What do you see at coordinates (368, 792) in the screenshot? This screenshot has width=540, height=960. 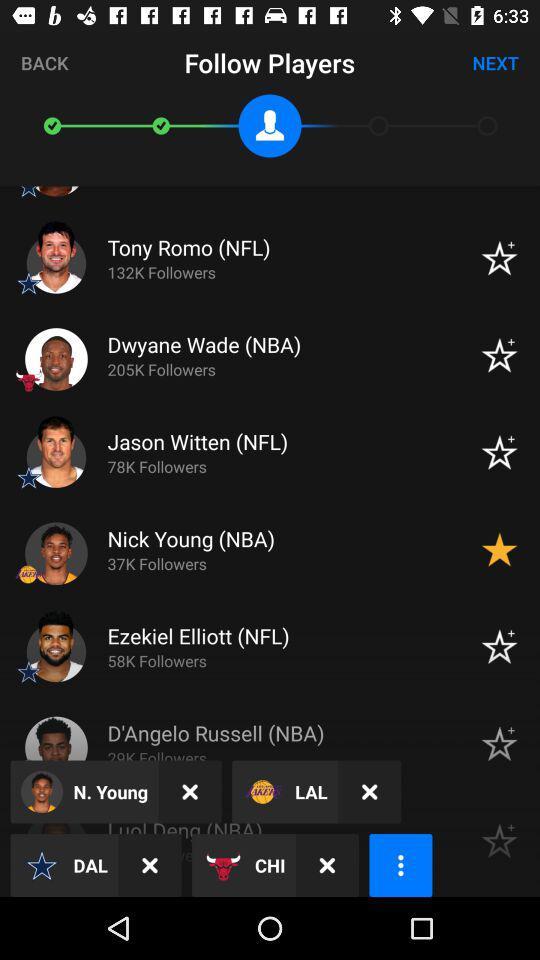 I see `the close icon` at bounding box center [368, 792].